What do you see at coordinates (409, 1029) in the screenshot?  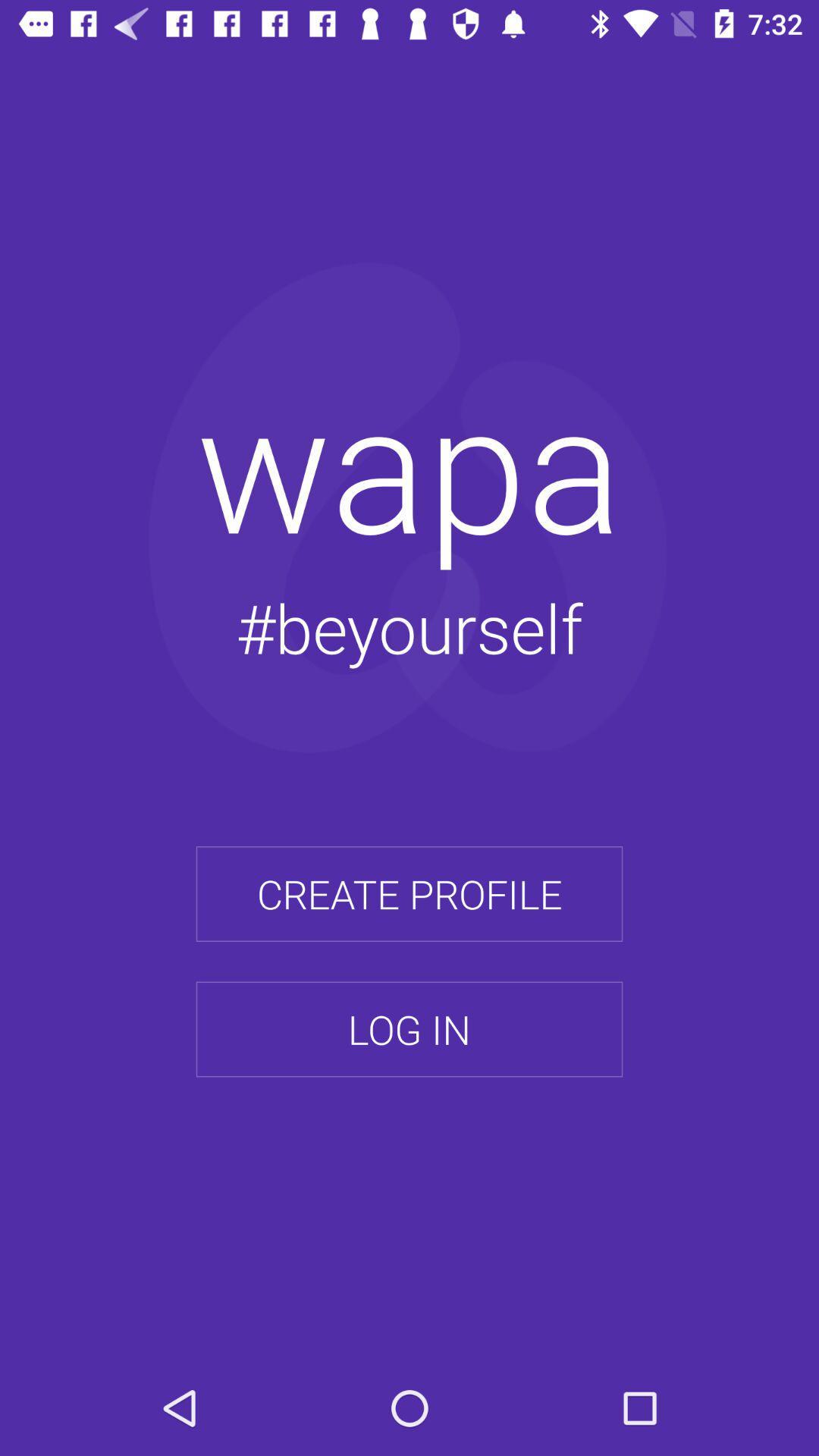 I see `the item below the create profile item` at bounding box center [409, 1029].